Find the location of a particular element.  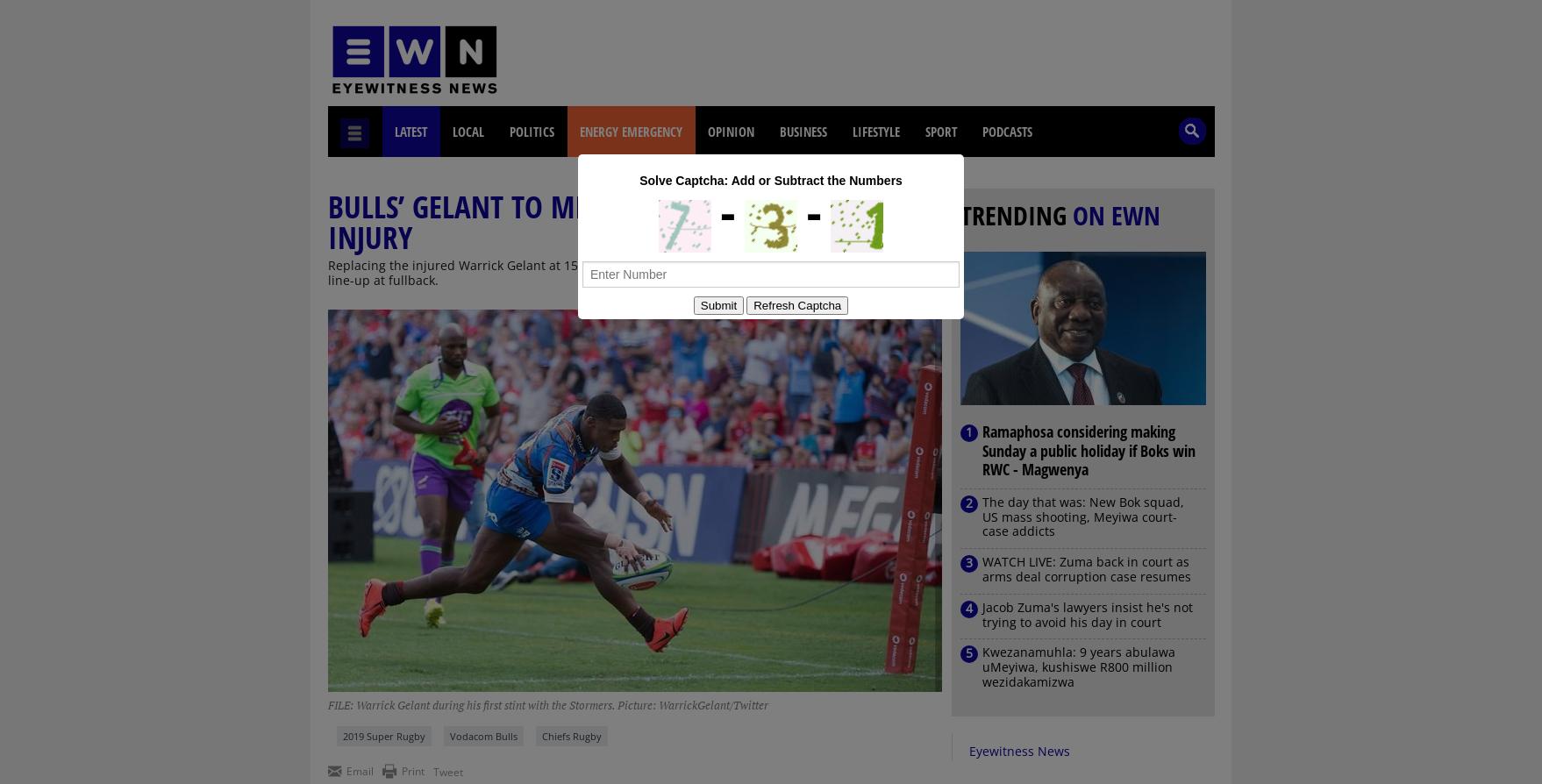

'The day that was: New Bok squad, US mass shooting, Meyiwa court-case addicts' is located at coordinates (980, 516).